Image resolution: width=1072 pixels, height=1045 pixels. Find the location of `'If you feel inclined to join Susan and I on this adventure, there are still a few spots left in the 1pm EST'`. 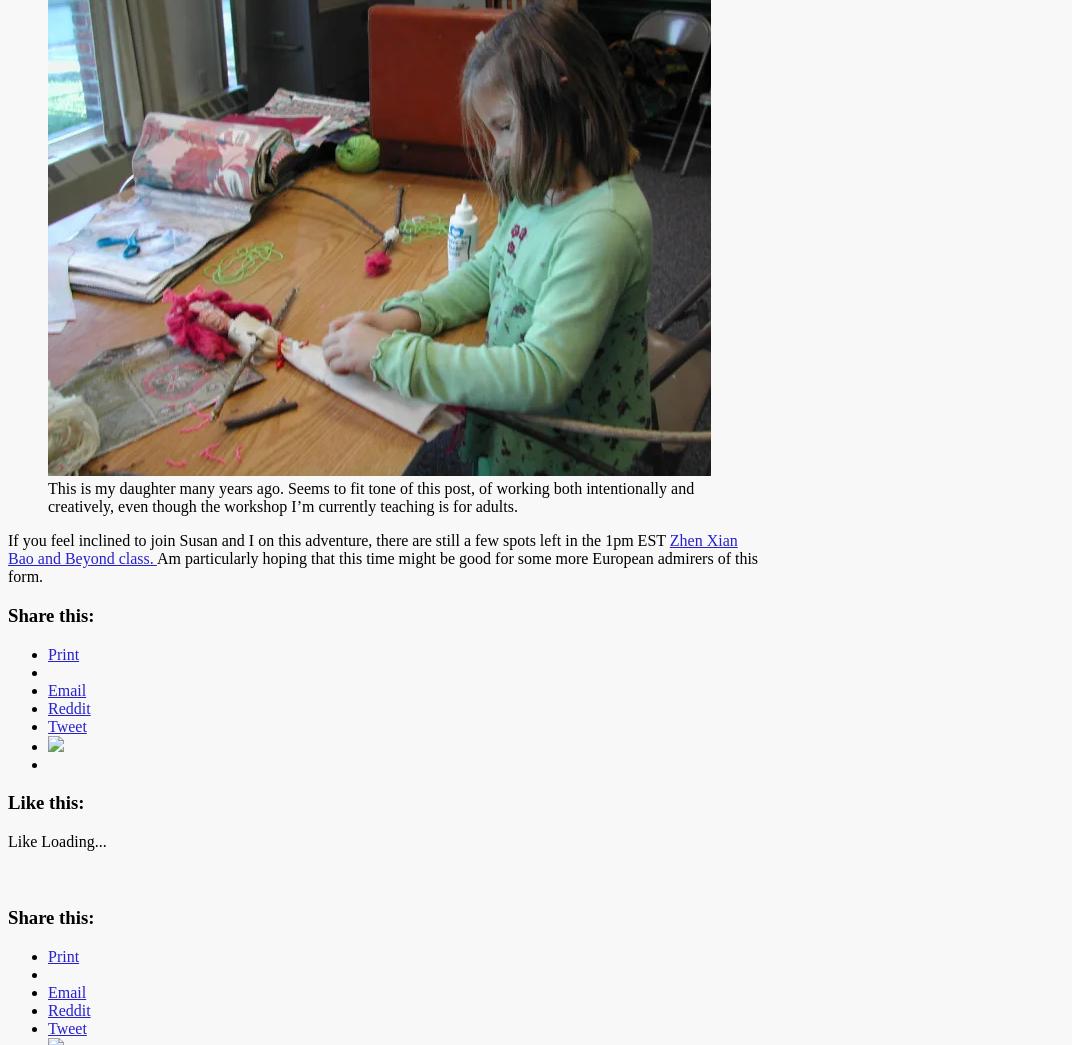

'If you feel inclined to join Susan and I on this adventure, there are still a few spots left in the 1pm EST' is located at coordinates (338, 540).